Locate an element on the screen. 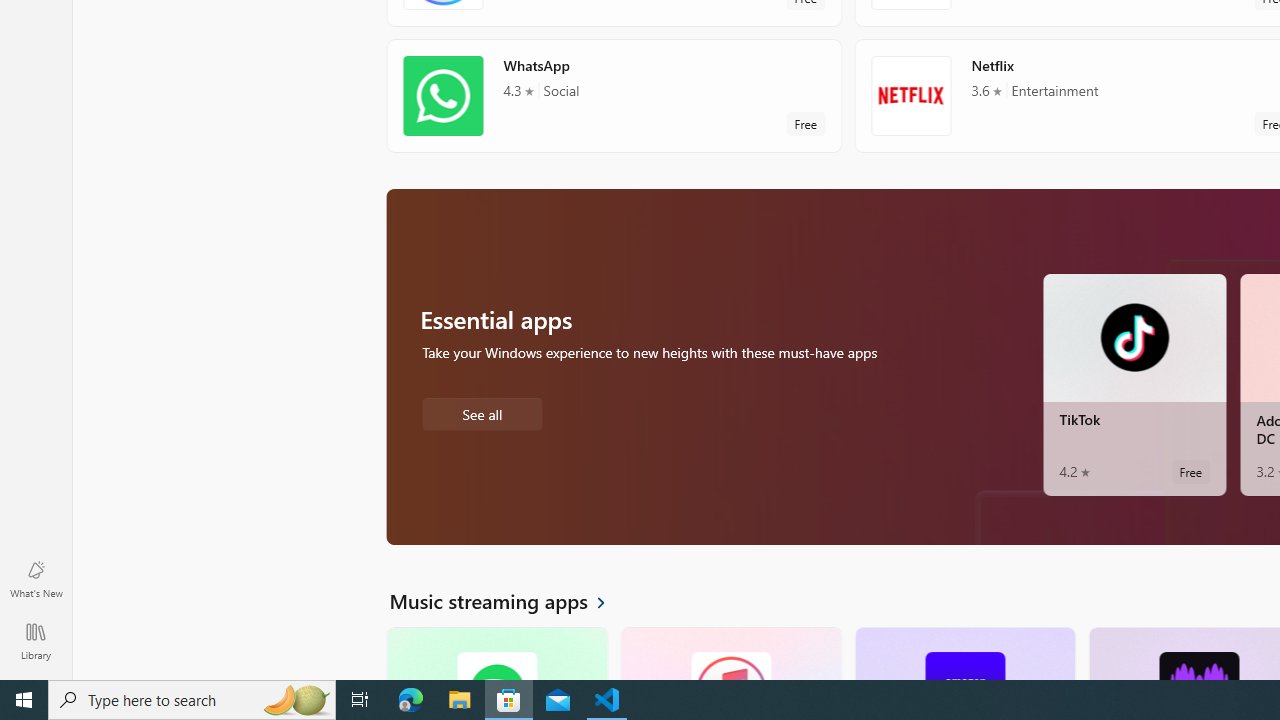  'WhatsApp. Average rating of 4.3 out of five stars. Free  ' is located at coordinates (613, 95).